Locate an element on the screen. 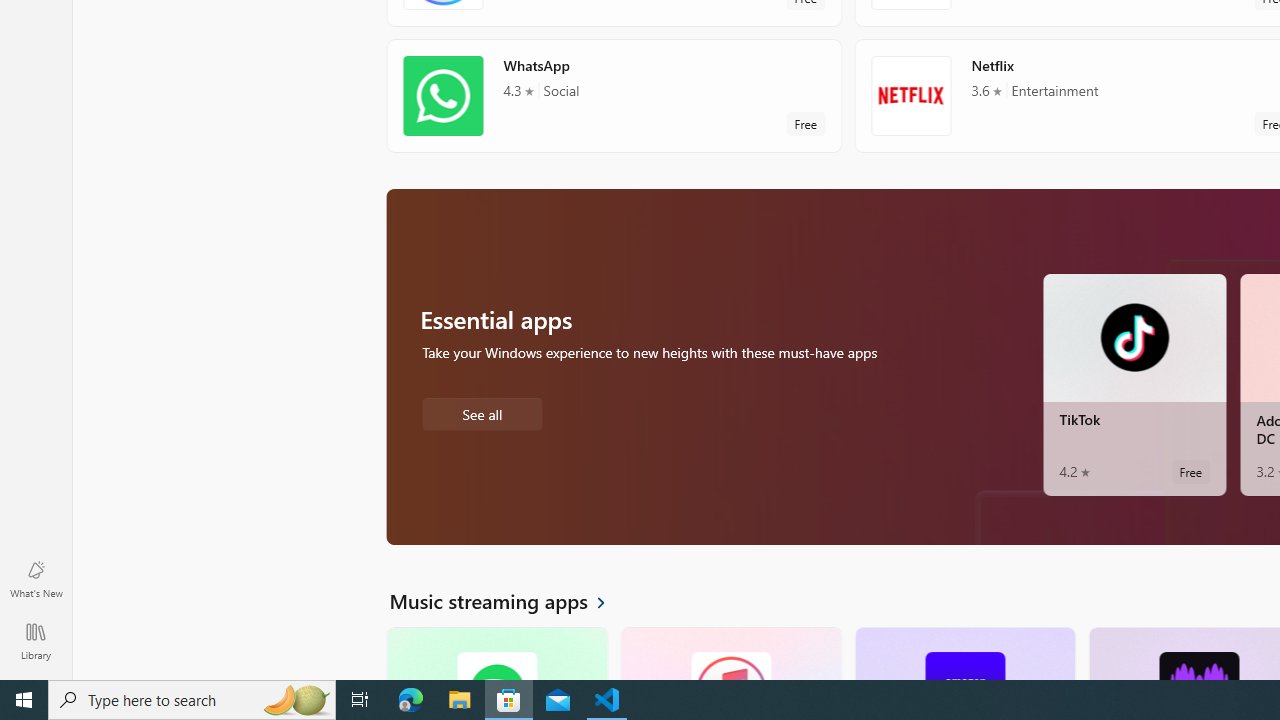  'WhatsApp. Average rating of 4.3 out of five stars. Free  ' is located at coordinates (613, 95).